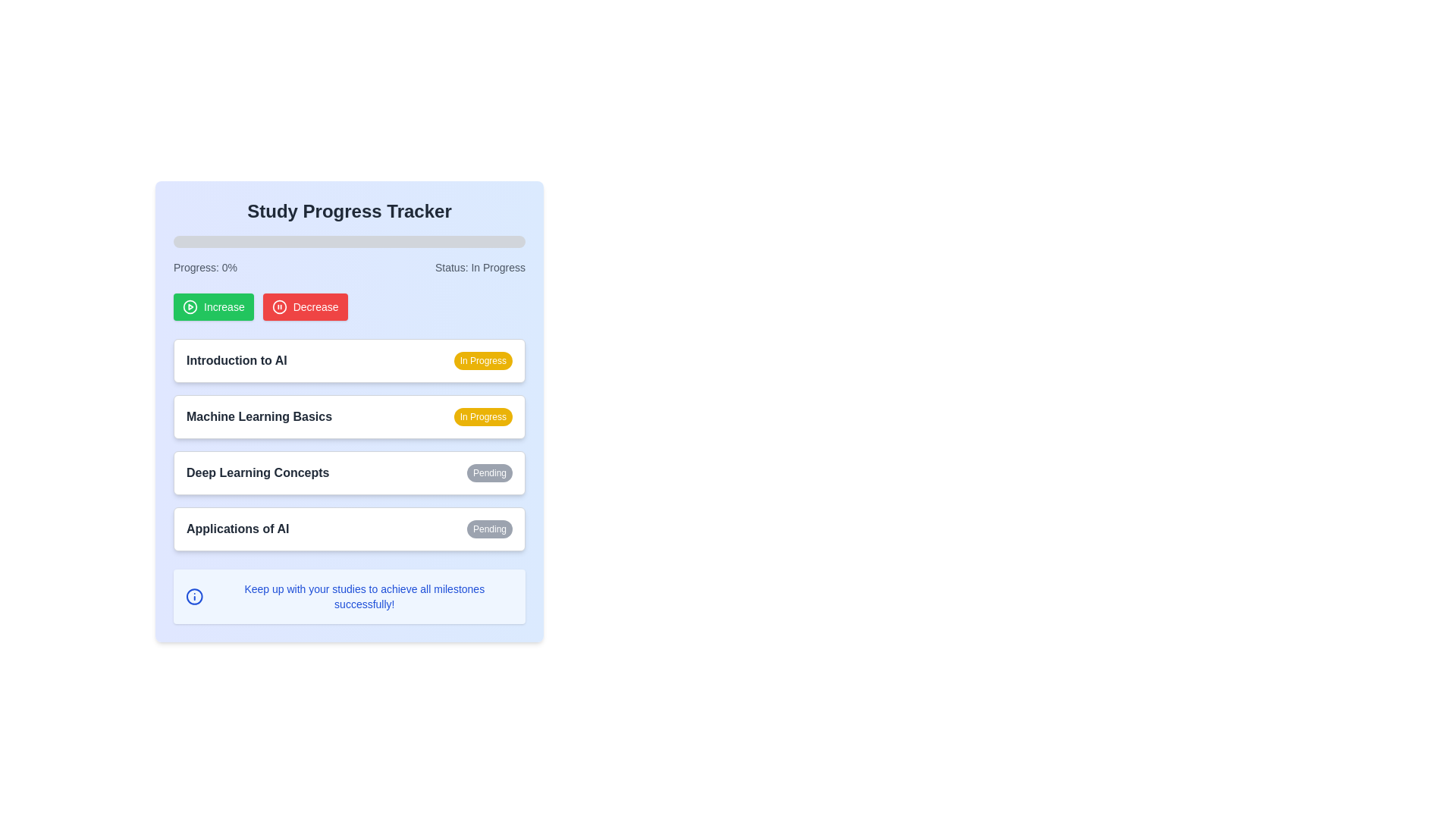 The height and width of the screenshot is (819, 1456). Describe the element at coordinates (189, 307) in the screenshot. I see `the small circular play icon with a green background and white outline located on the left side of the 'Increase' button` at that location.